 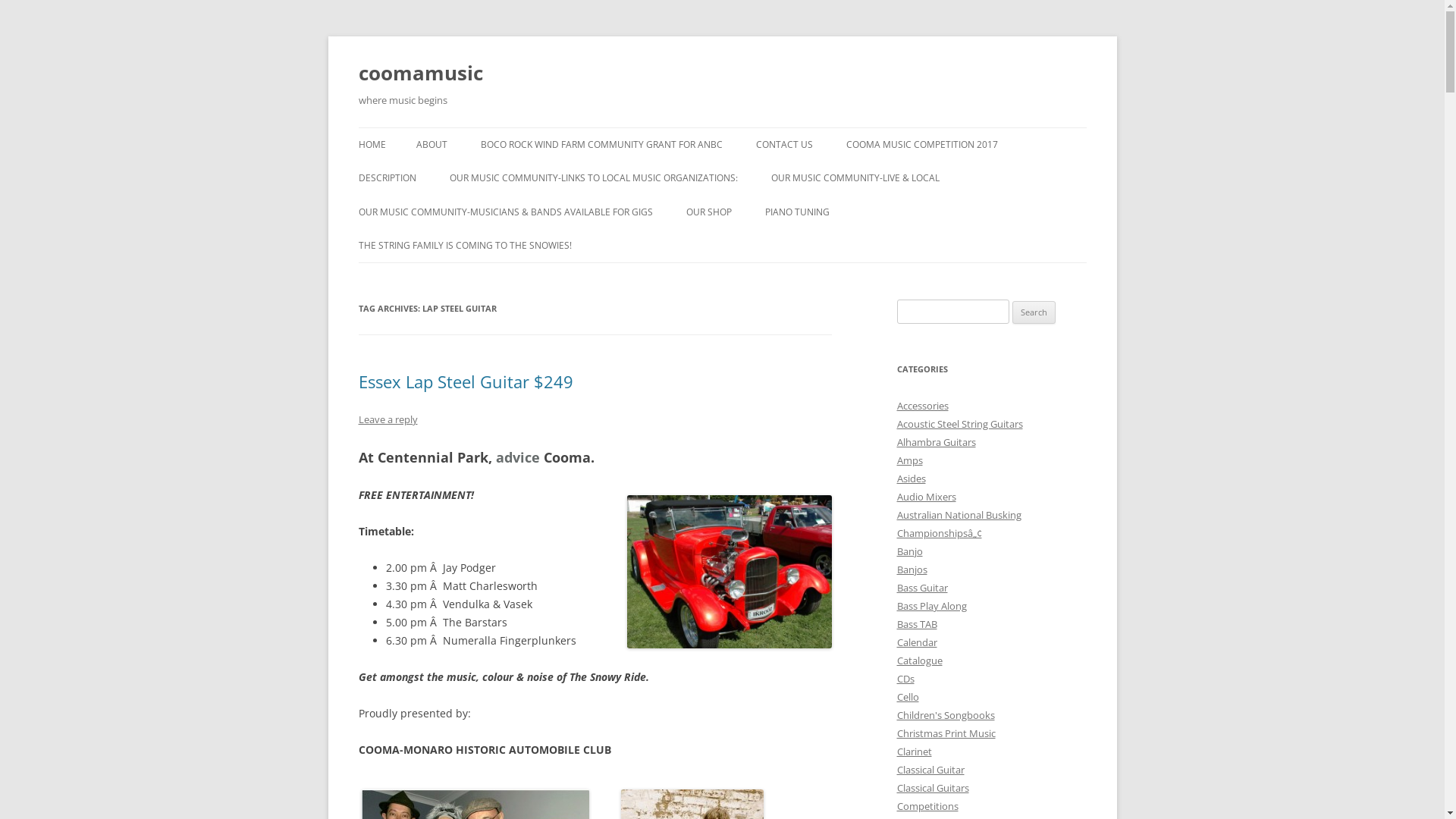 What do you see at coordinates (708, 212) in the screenshot?
I see `'OUR SHOP'` at bounding box center [708, 212].